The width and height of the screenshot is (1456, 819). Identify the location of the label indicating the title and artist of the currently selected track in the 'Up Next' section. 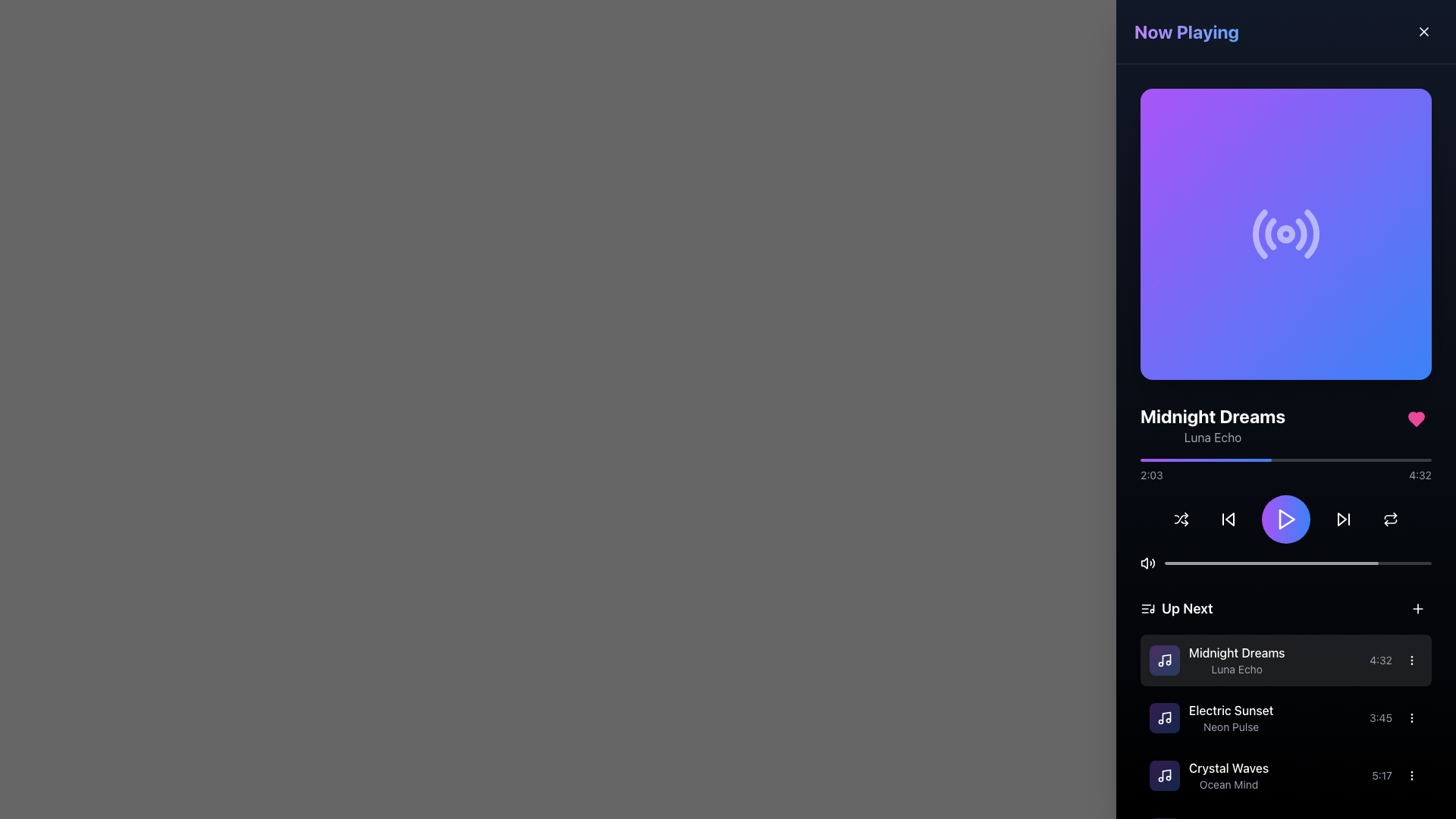
(1237, 660).